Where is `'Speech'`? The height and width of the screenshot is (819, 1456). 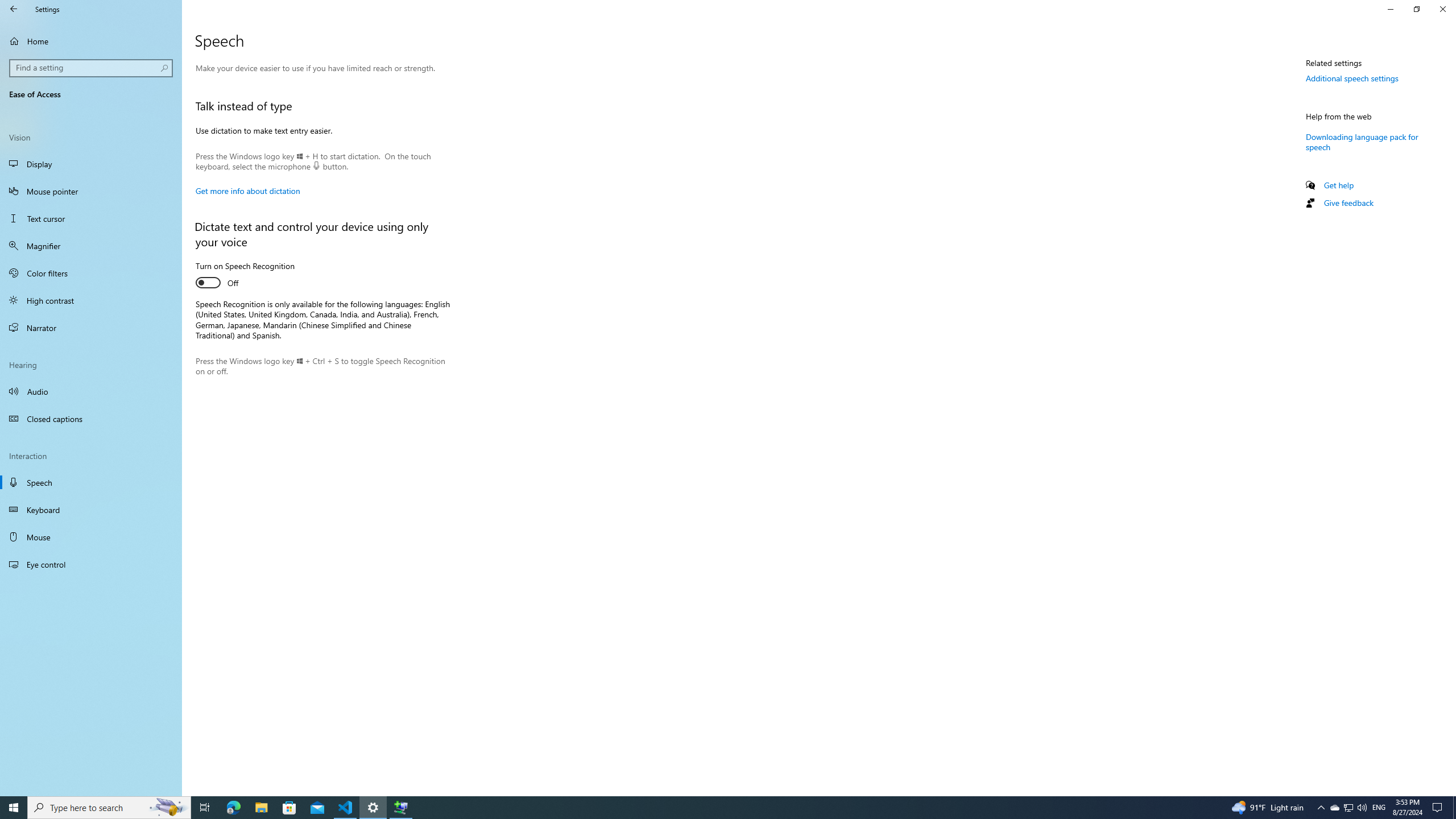 'Speech' is located at coordinates (90, 482).